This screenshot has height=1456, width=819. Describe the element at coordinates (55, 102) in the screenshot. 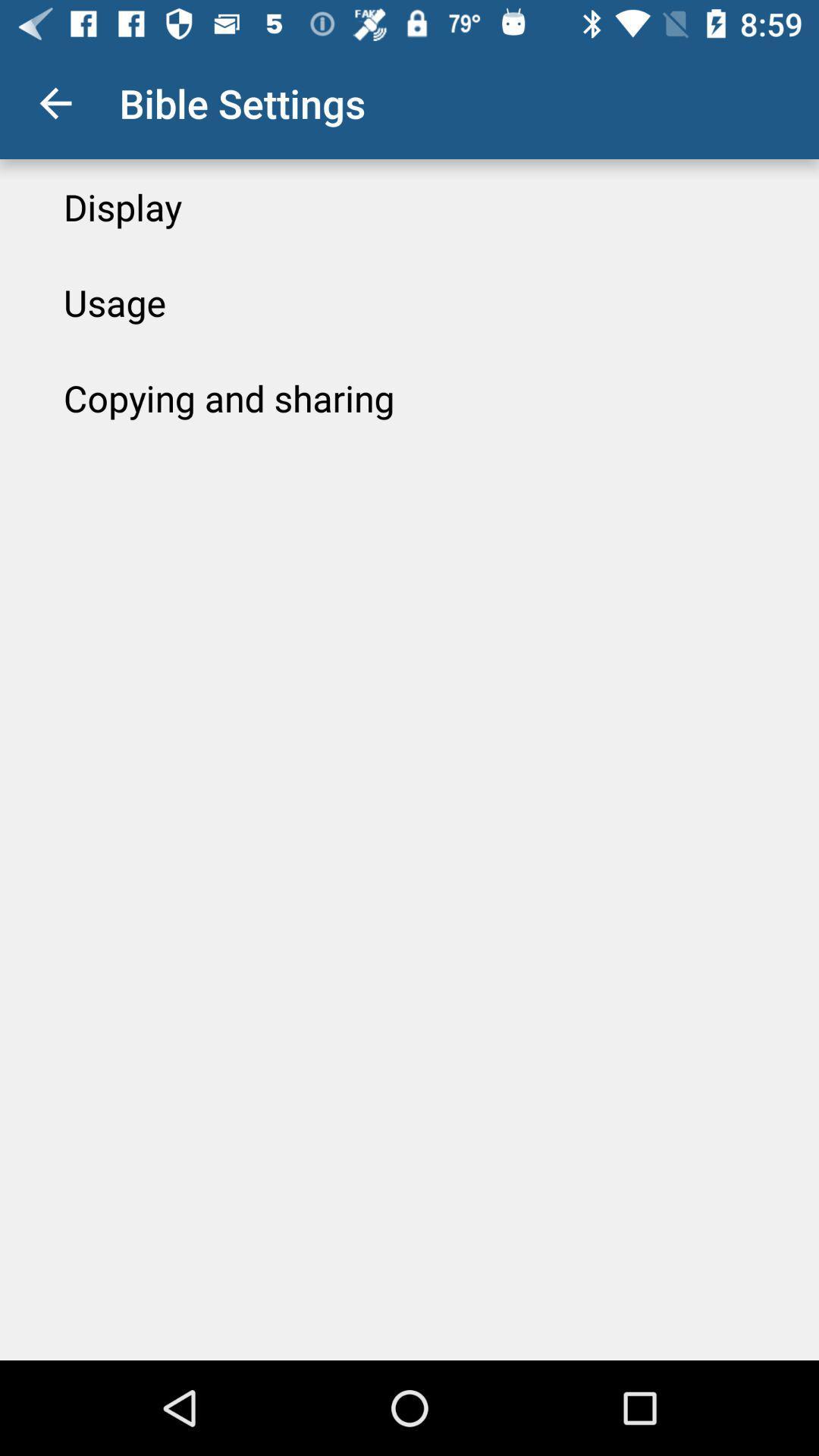

I see `the icon to the left of bible settings` at that location.